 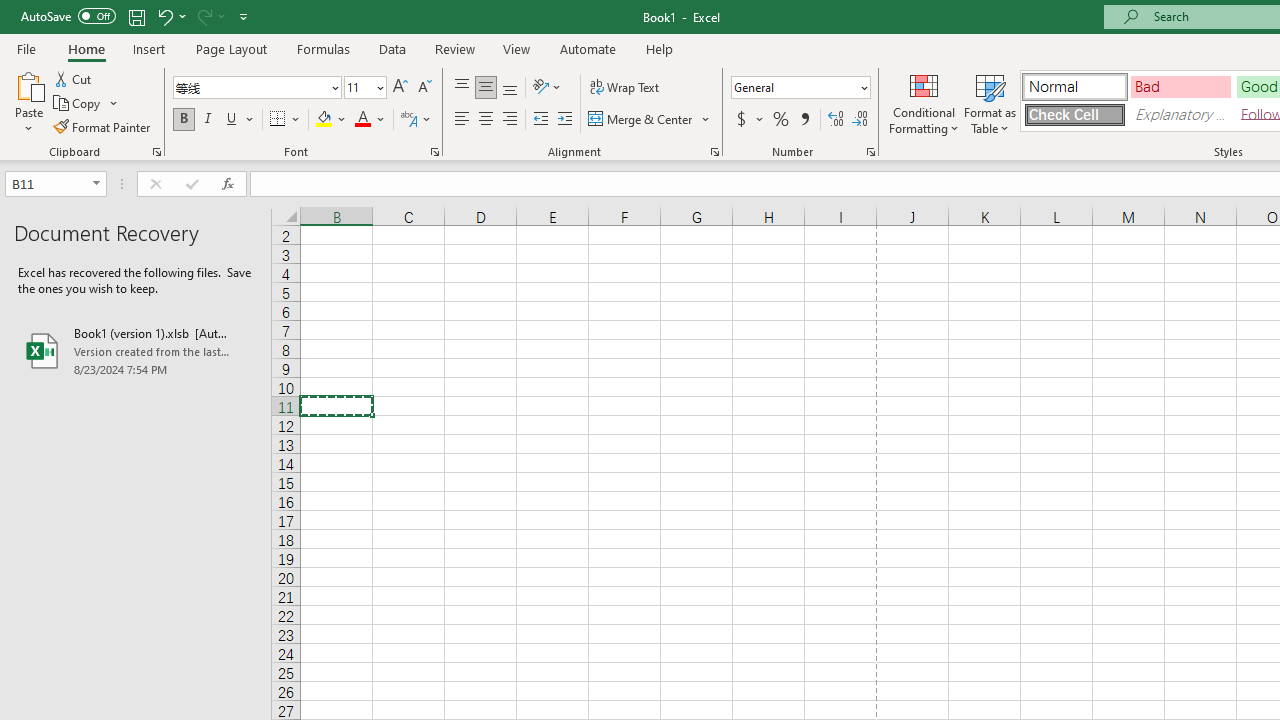 What do you see at coordinates (1180, 114) in the screenshot?
I see `'Explanatory Text'` at bounding box center [1180, 114].